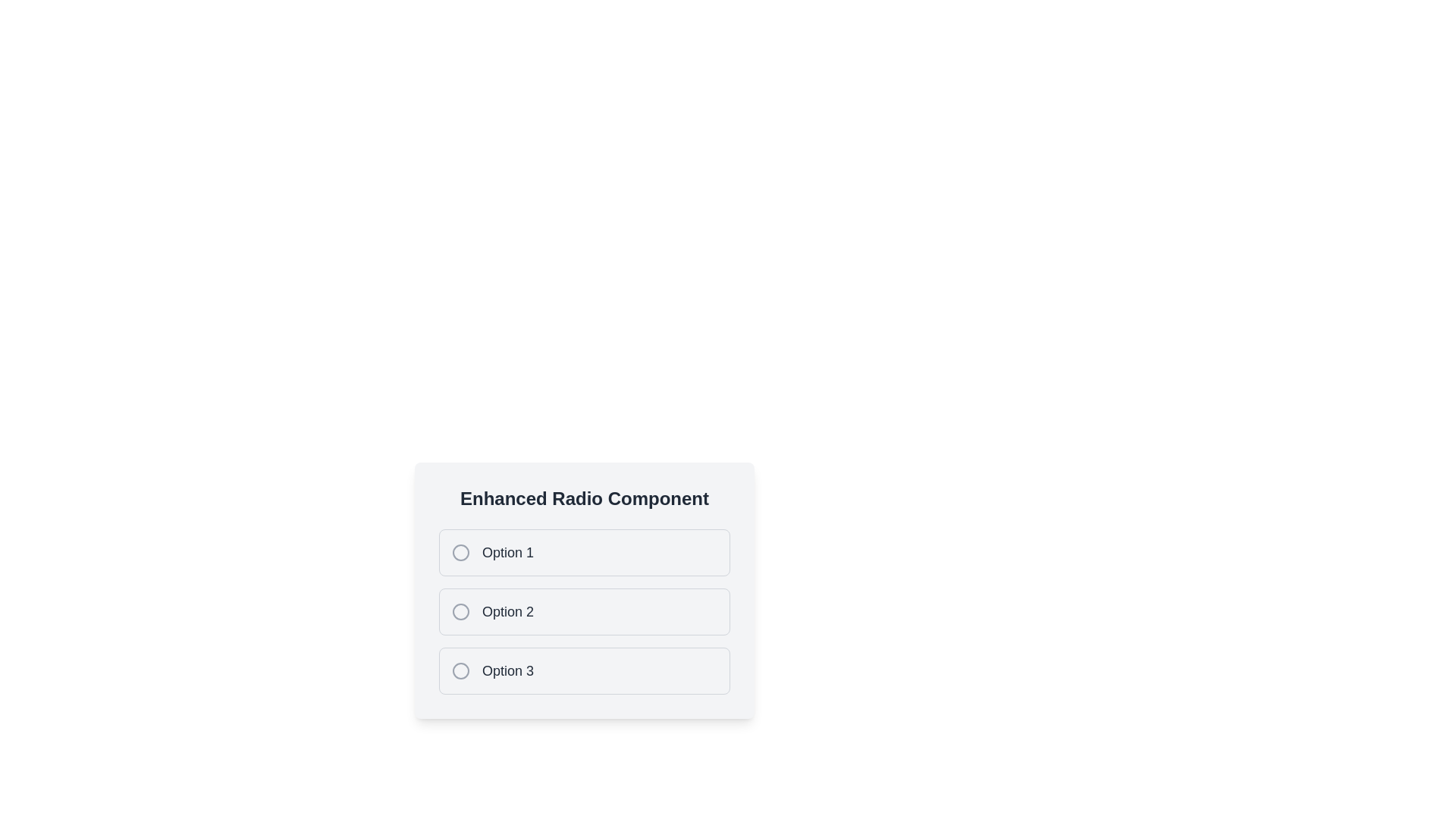 The width and height of the screenshot is (1456, 819). I want to click on the Radio button indicator for 'Option 2', which is located on the left side of the row adjacent to the text 'Option 2', so click(460, 610).